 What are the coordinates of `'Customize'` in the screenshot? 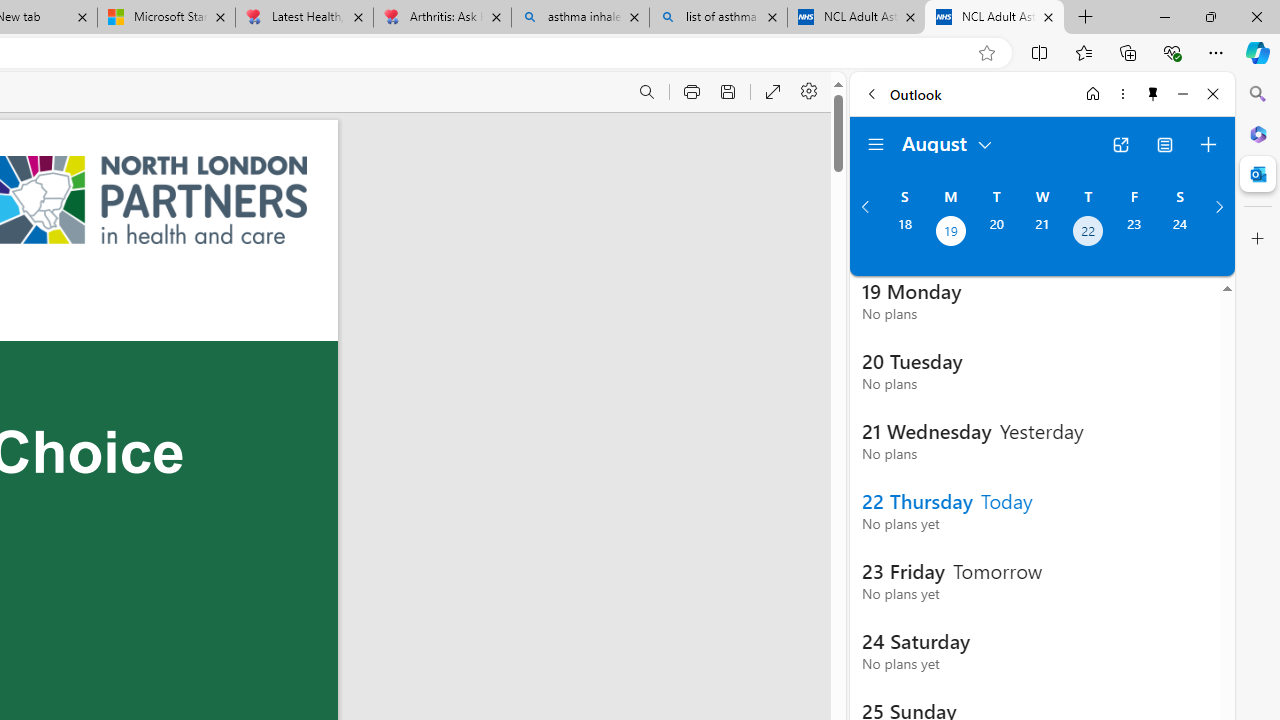 It's located at (1257, 238).